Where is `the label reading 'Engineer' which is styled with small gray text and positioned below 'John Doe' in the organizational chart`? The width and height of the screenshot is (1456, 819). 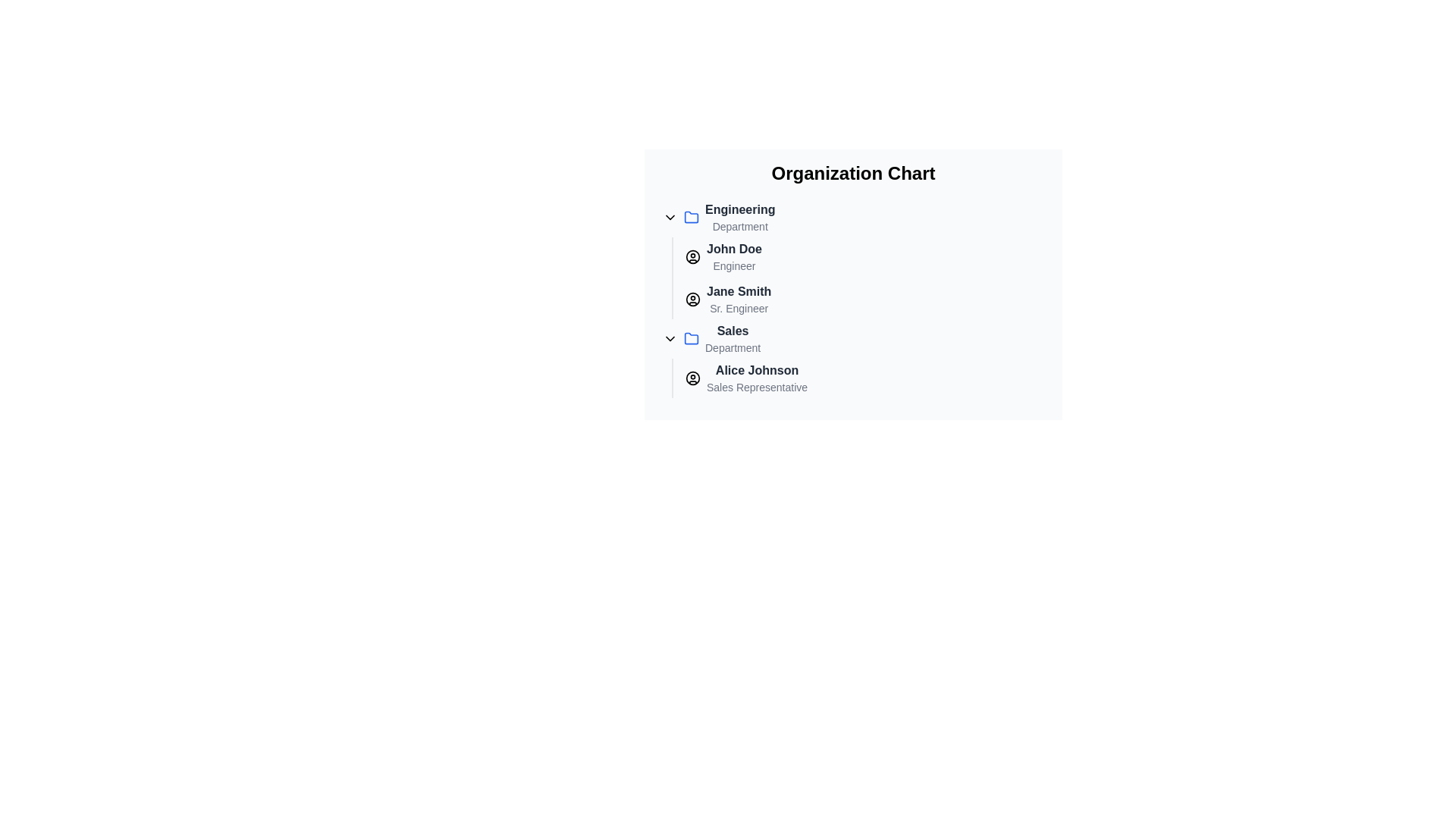 the label reading 'Engineer' which is styled with small gray text and positioned below 'John Doe' in the organizational chart is located at coordinates (734, 265).